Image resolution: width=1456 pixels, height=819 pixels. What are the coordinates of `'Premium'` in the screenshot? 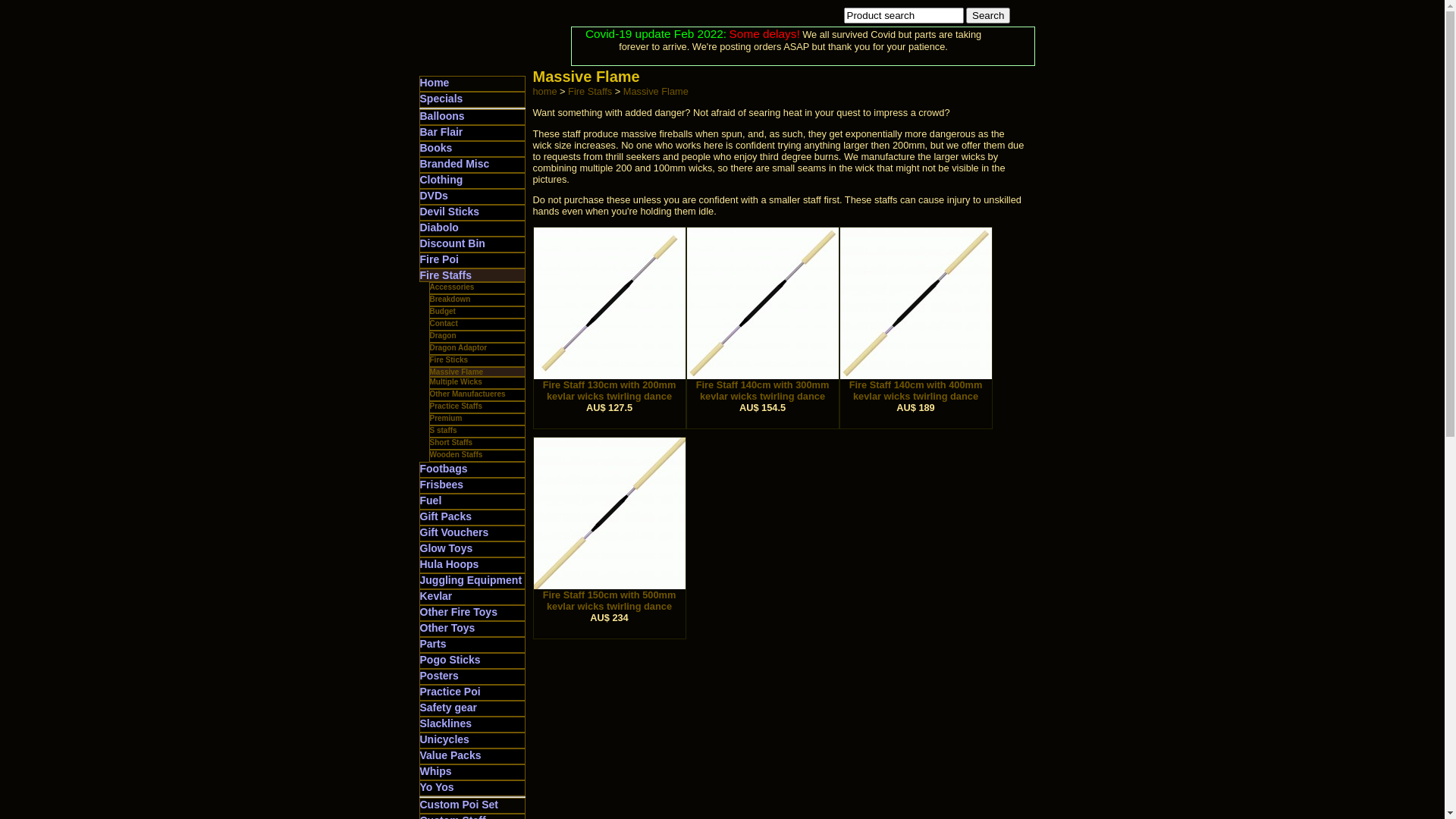 It's located at (444, 418).